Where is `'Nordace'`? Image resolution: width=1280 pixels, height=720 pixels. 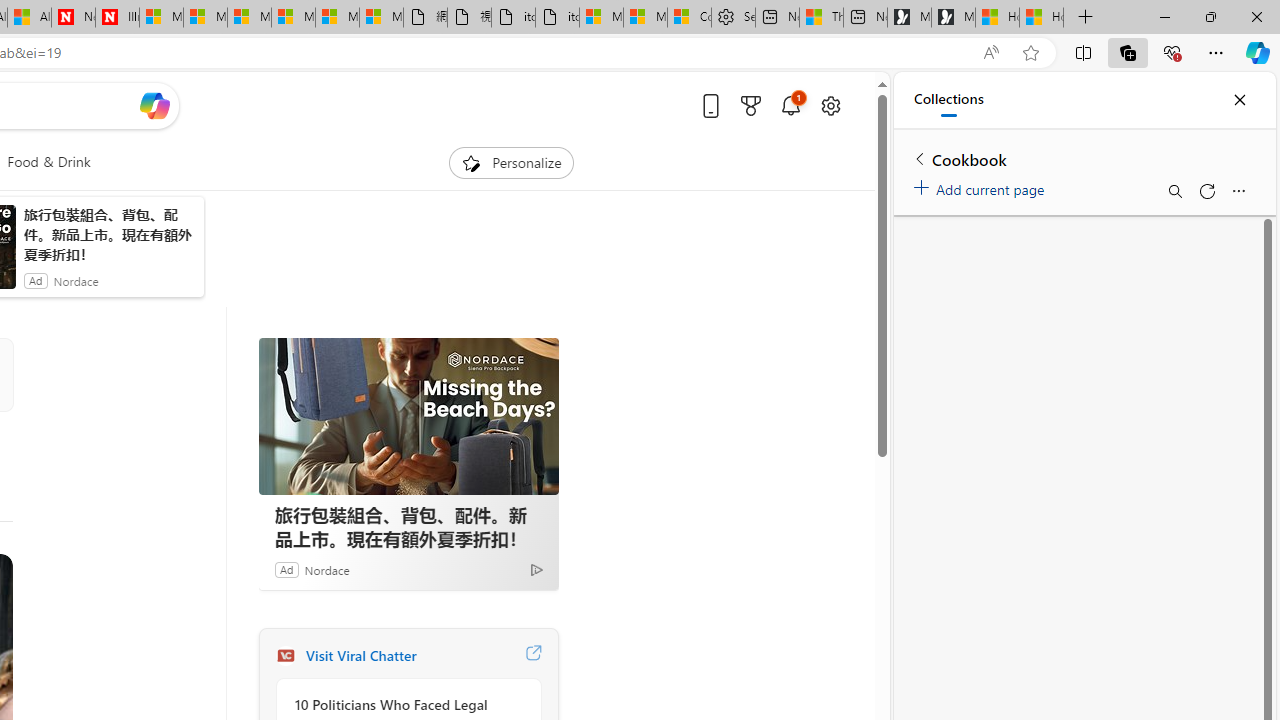
'Nordace' is located at coordinates (327, 569).